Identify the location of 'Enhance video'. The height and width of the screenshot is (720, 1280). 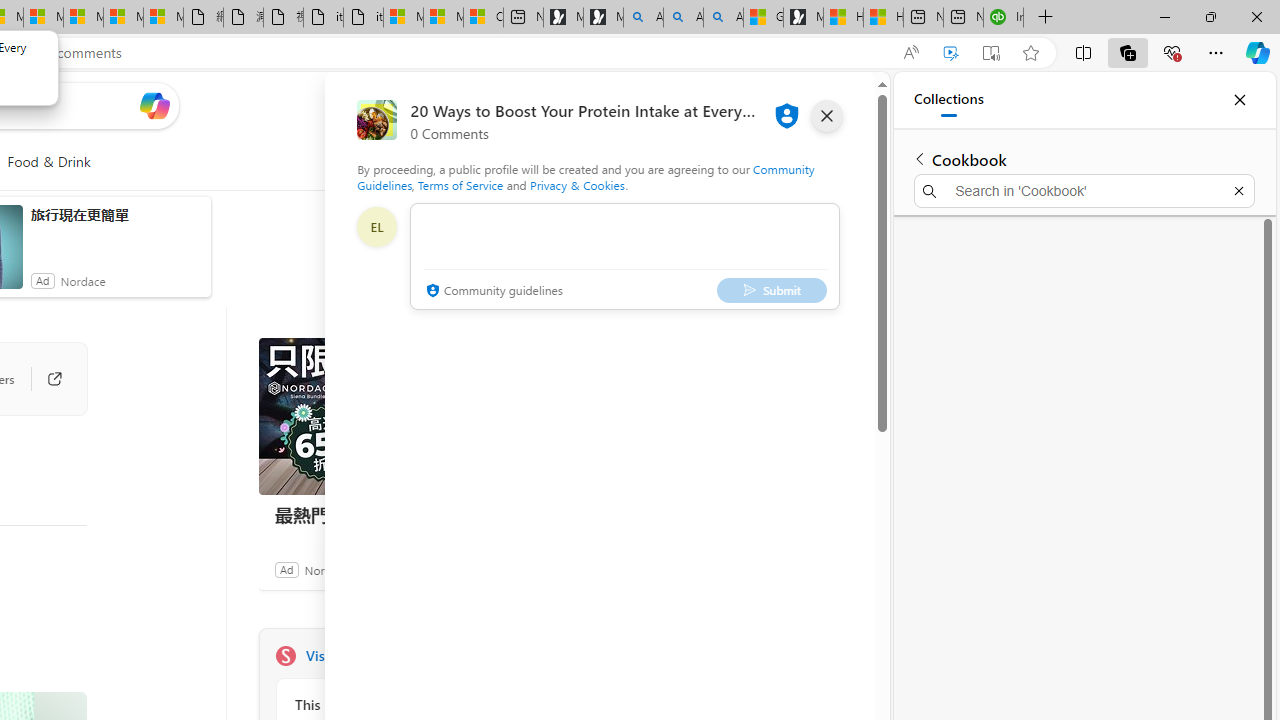
(950, 52).